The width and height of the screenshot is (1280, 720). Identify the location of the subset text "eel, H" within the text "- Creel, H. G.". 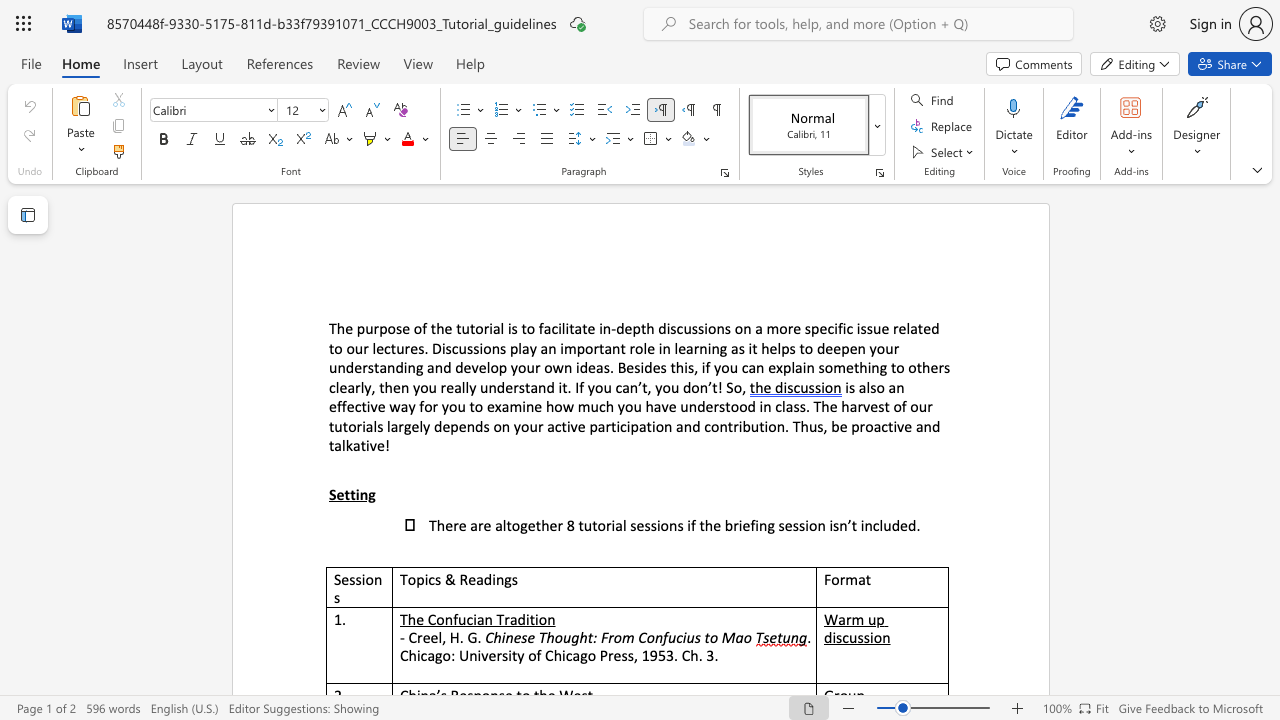
(421, 637).